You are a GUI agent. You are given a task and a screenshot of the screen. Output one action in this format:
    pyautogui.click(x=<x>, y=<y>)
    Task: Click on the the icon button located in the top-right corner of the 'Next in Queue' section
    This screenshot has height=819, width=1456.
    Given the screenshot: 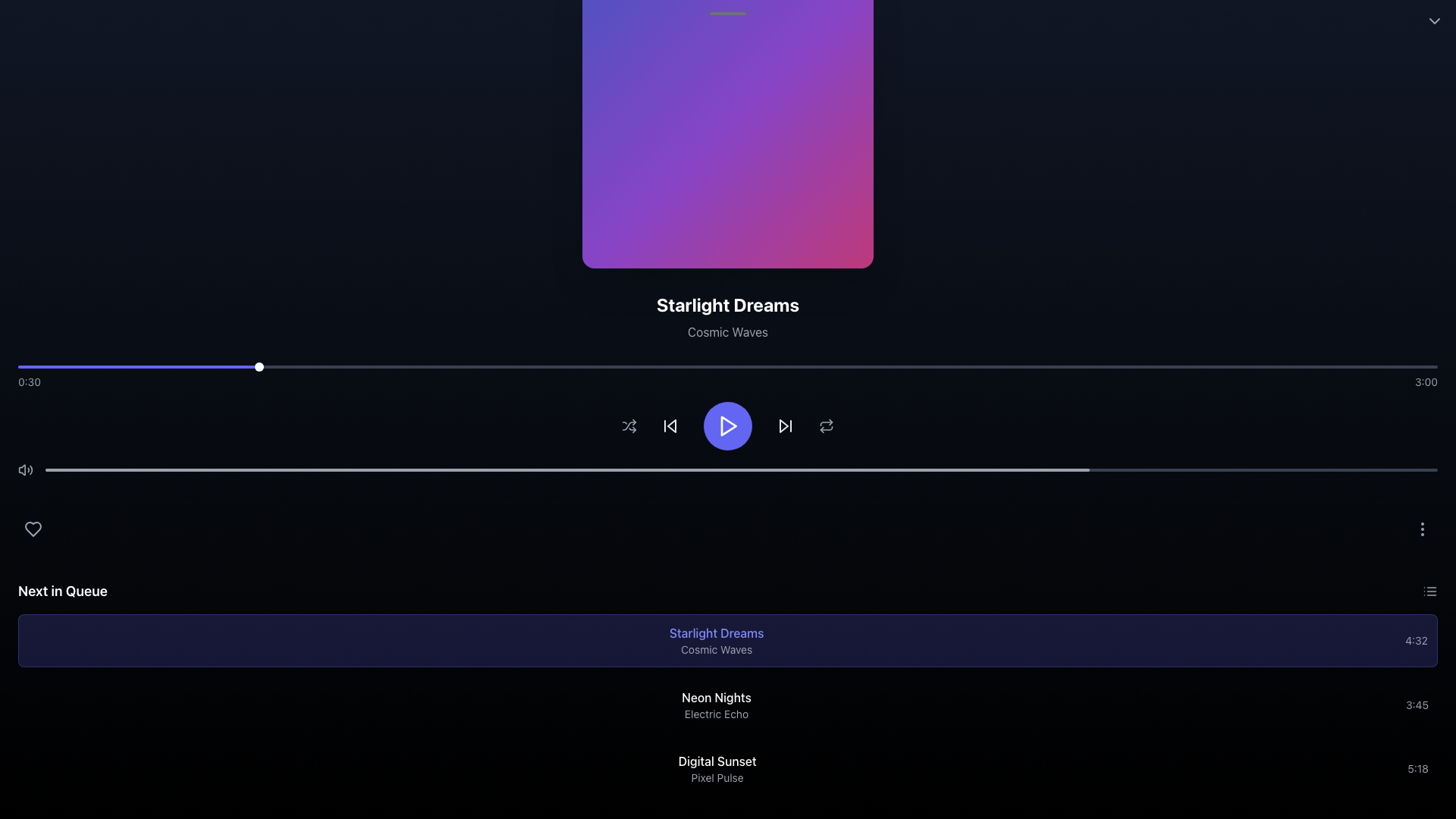 What is the action you would take?
    pyautogui.click(x=1429, y=590)
    